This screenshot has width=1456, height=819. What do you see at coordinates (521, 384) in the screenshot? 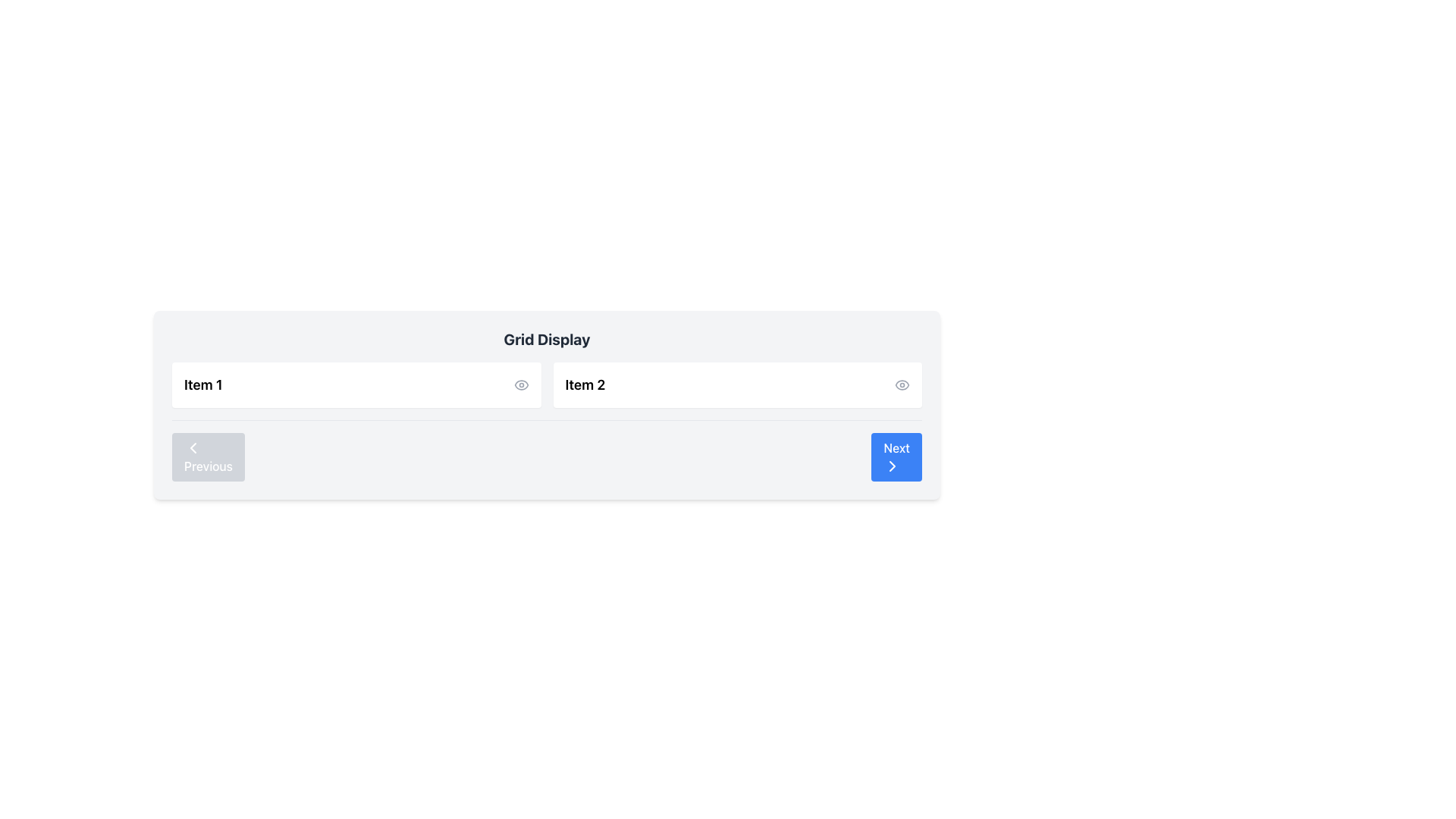
I see `the visibility toggle icon button for 'Item 1' located at the right end of its row` at bounding box center [521, 384].